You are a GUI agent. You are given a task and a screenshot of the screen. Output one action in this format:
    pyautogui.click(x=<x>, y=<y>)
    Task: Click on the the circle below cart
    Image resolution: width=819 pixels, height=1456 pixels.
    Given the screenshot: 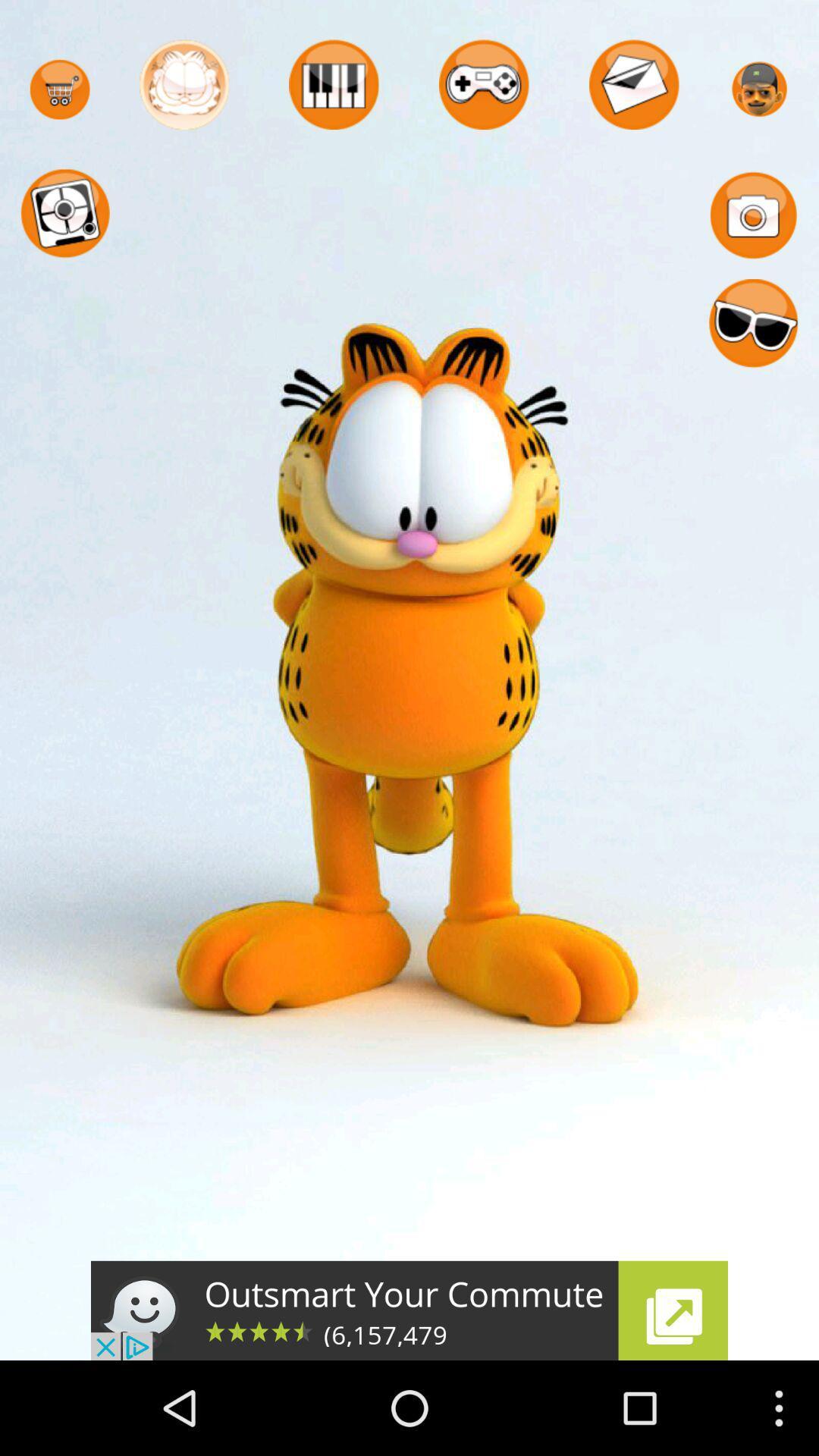 What is the action you would take?
    pyautogui.click(x=64, y=214)
    